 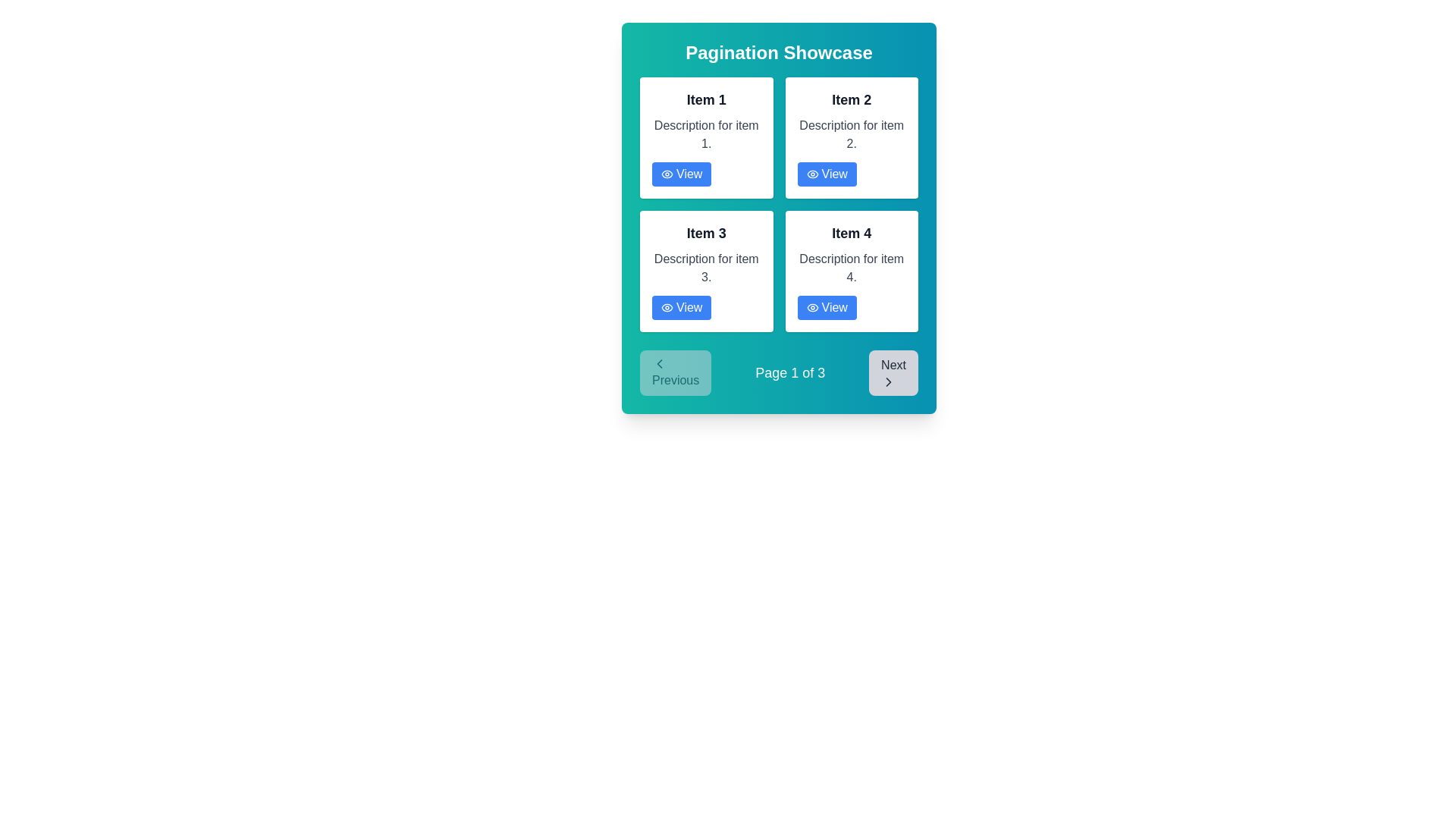 I want to click on the text block saying 'Description for item 2.' located in the second card of the grid layout, beneath the title 'Item 2', so click(x=852, y=133).